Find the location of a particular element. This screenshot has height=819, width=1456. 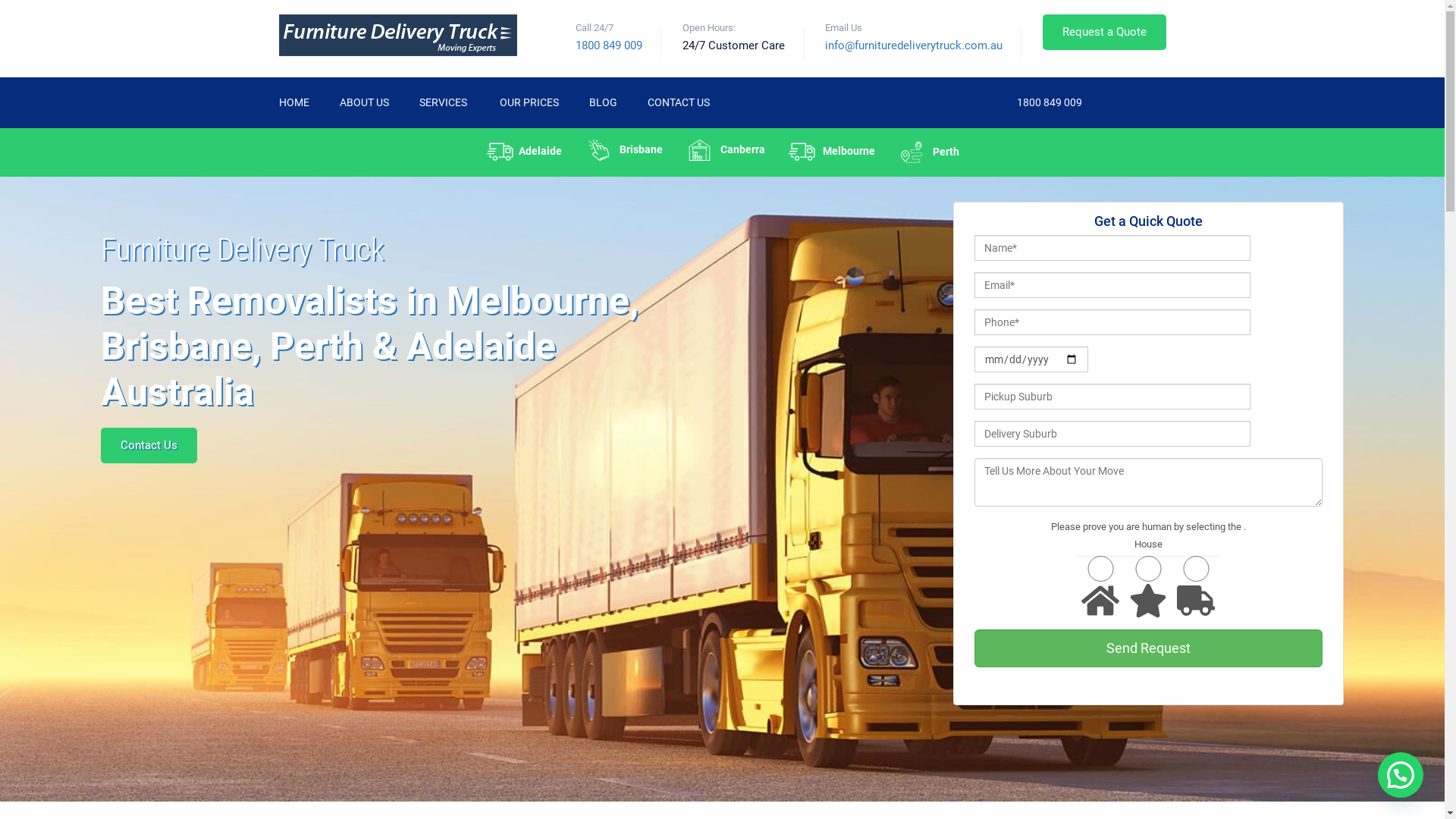

'CONTACT US' is located at coordinates (677, 102).